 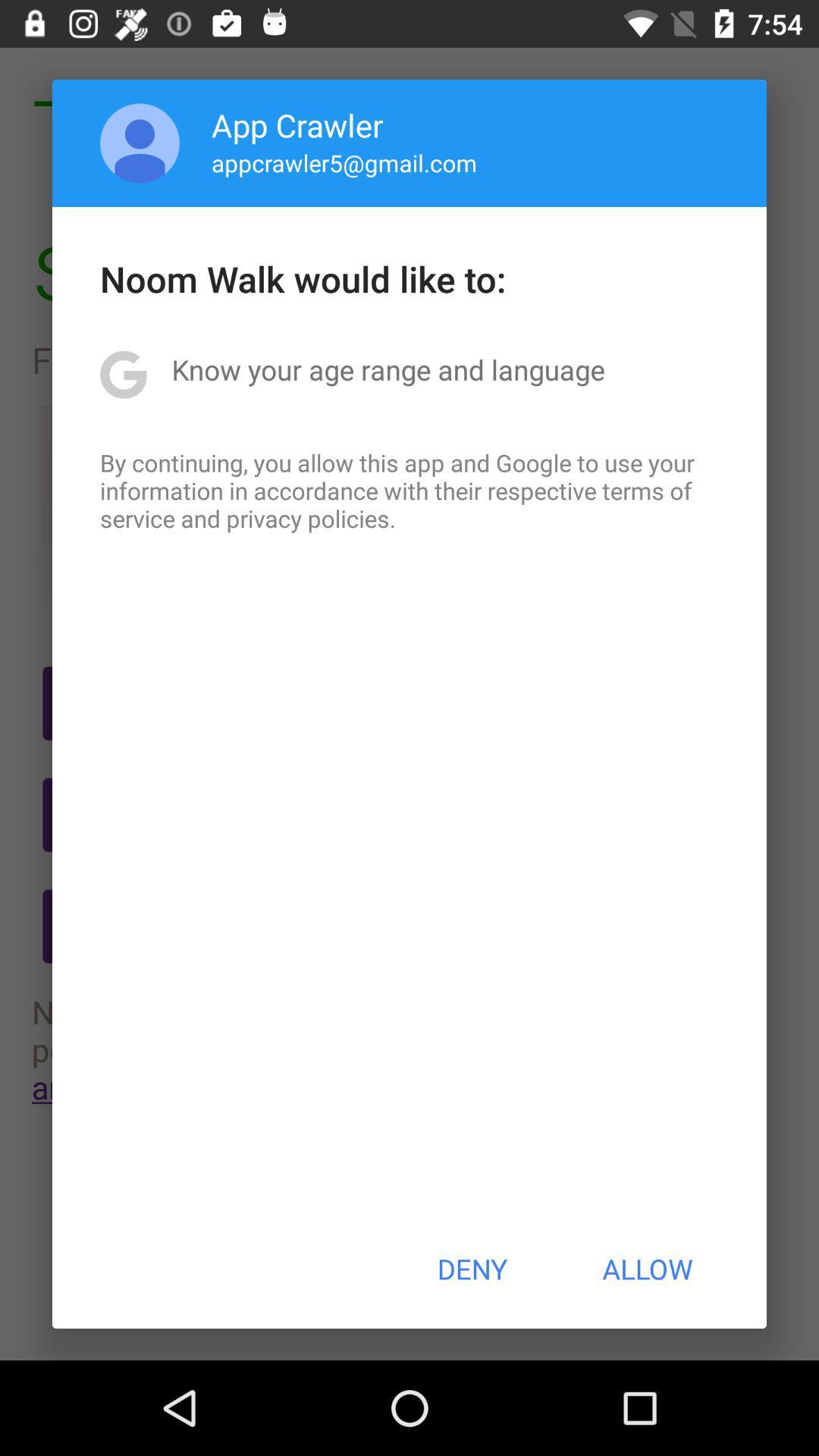 I want to click on the app below noom walk would item, so click(x=388, y=369).